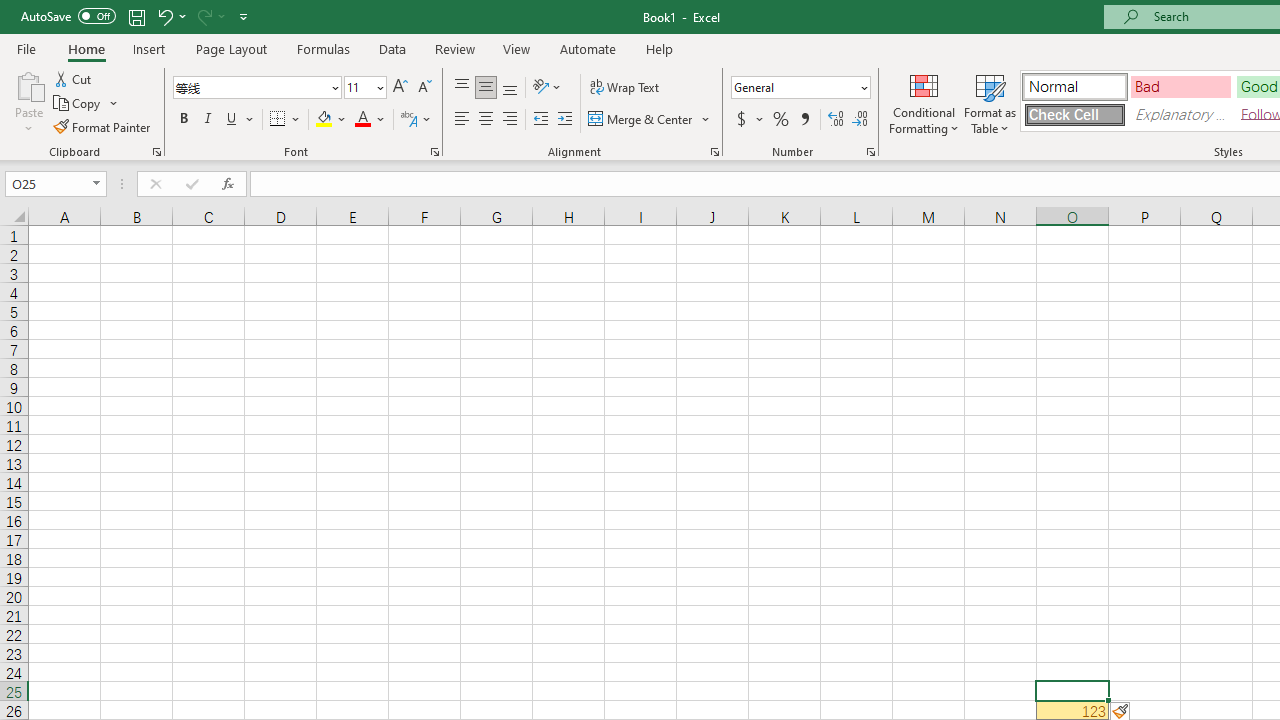 This screenshot has width=1280, height=720. Describe the element at coordinates (650, 119) in the screenshot. I see `'Merge & Center'` at that location.